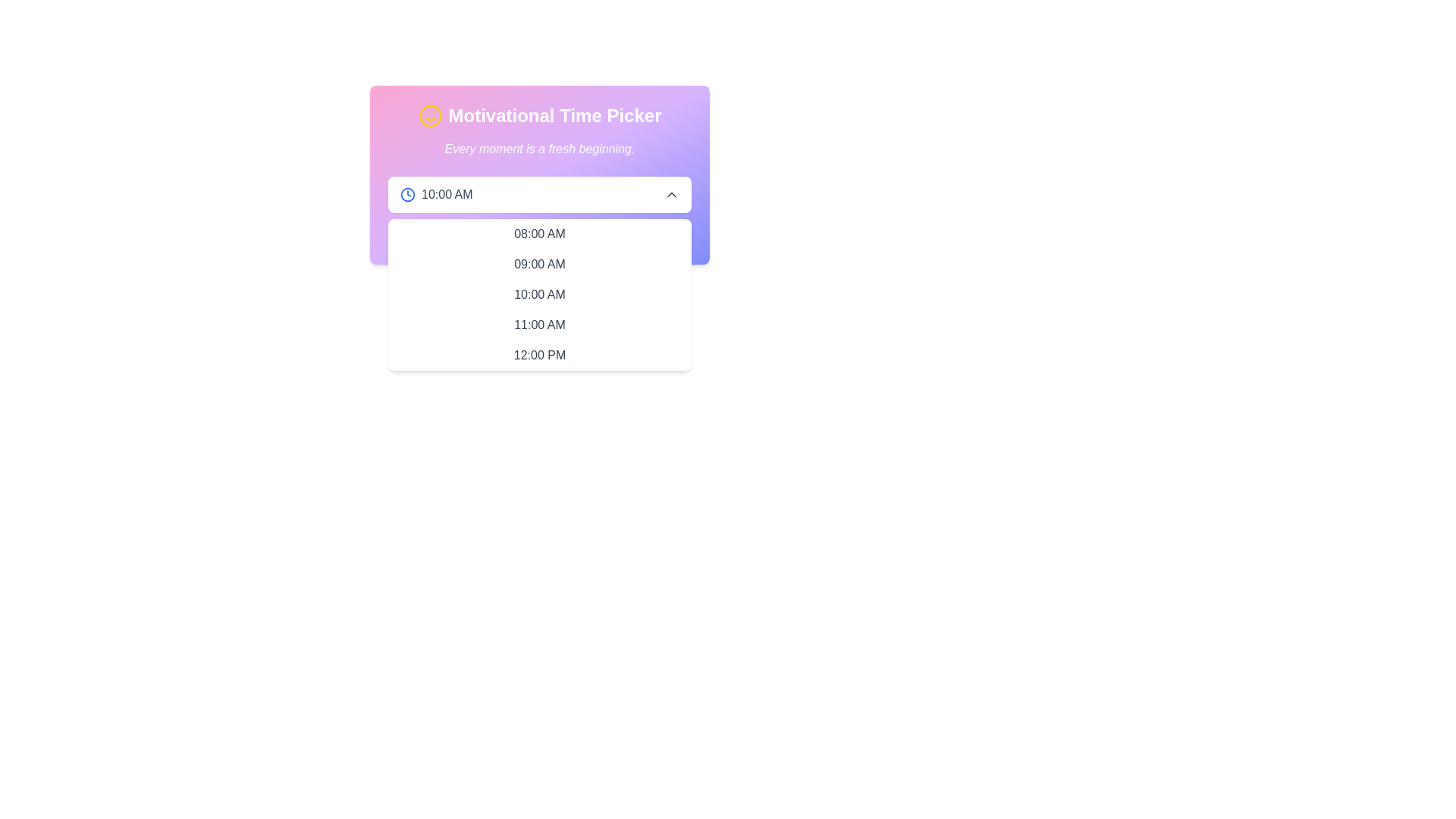  I want to click on the first option in the time picker dropdown, so click(539, 234).